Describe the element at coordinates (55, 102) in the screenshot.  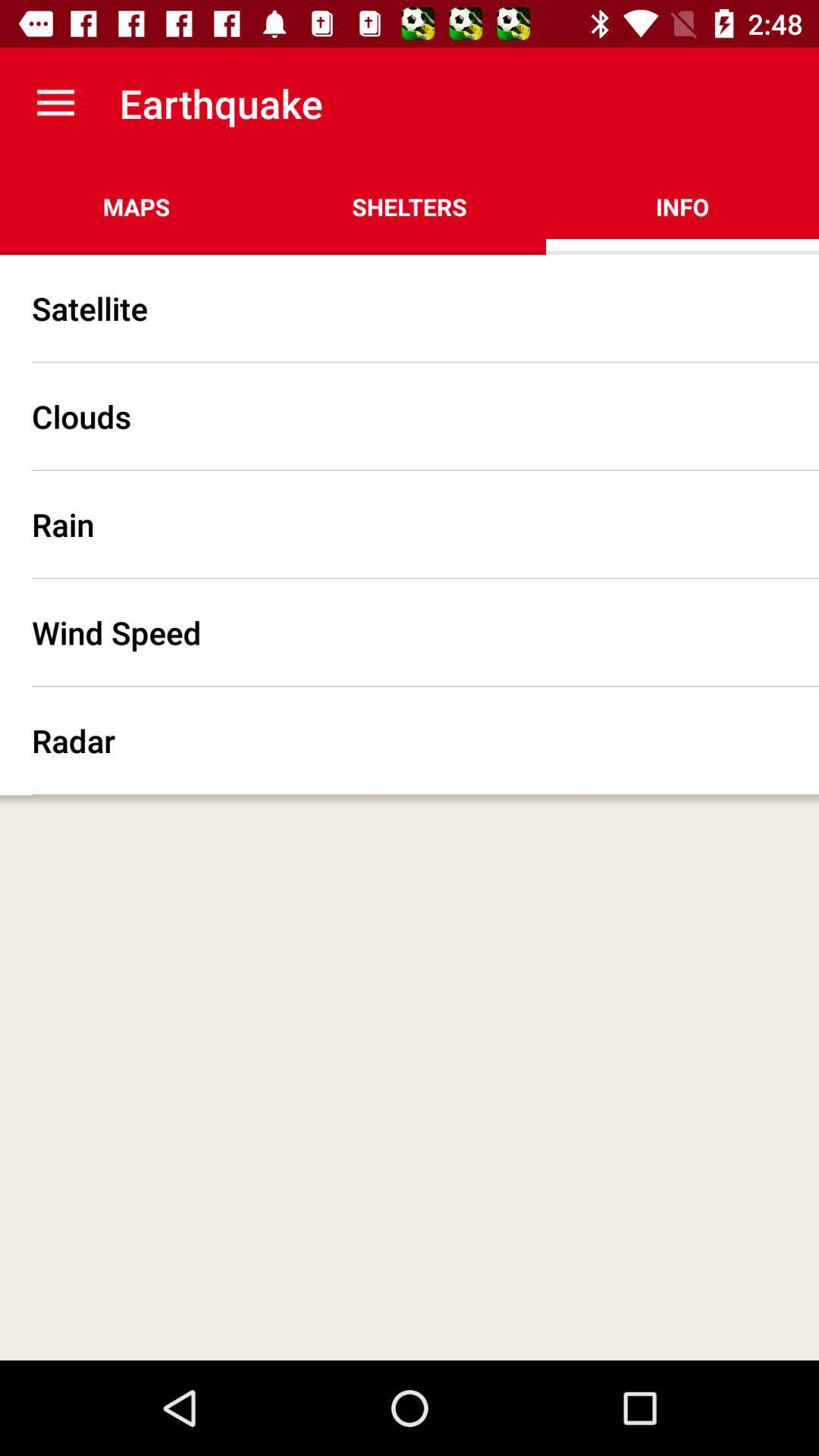
I see `item to the left of earthquake icon` at that location.